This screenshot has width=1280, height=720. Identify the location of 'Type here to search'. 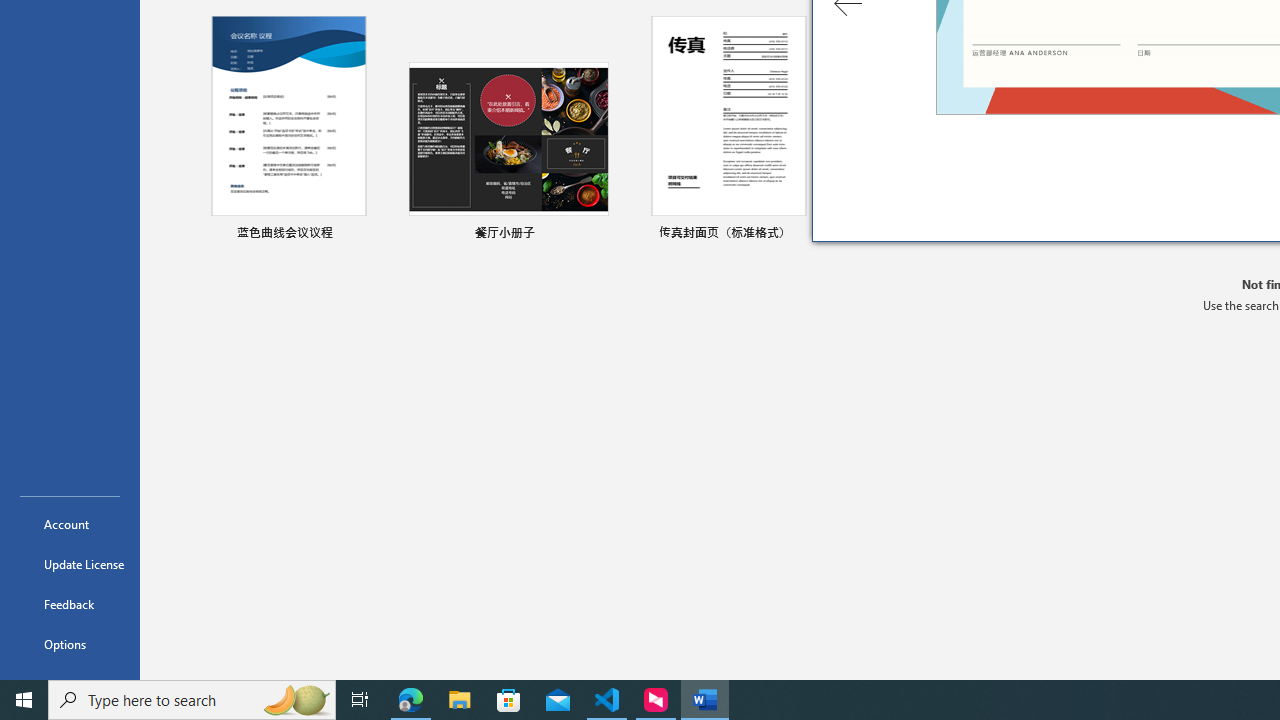
(192, 698).